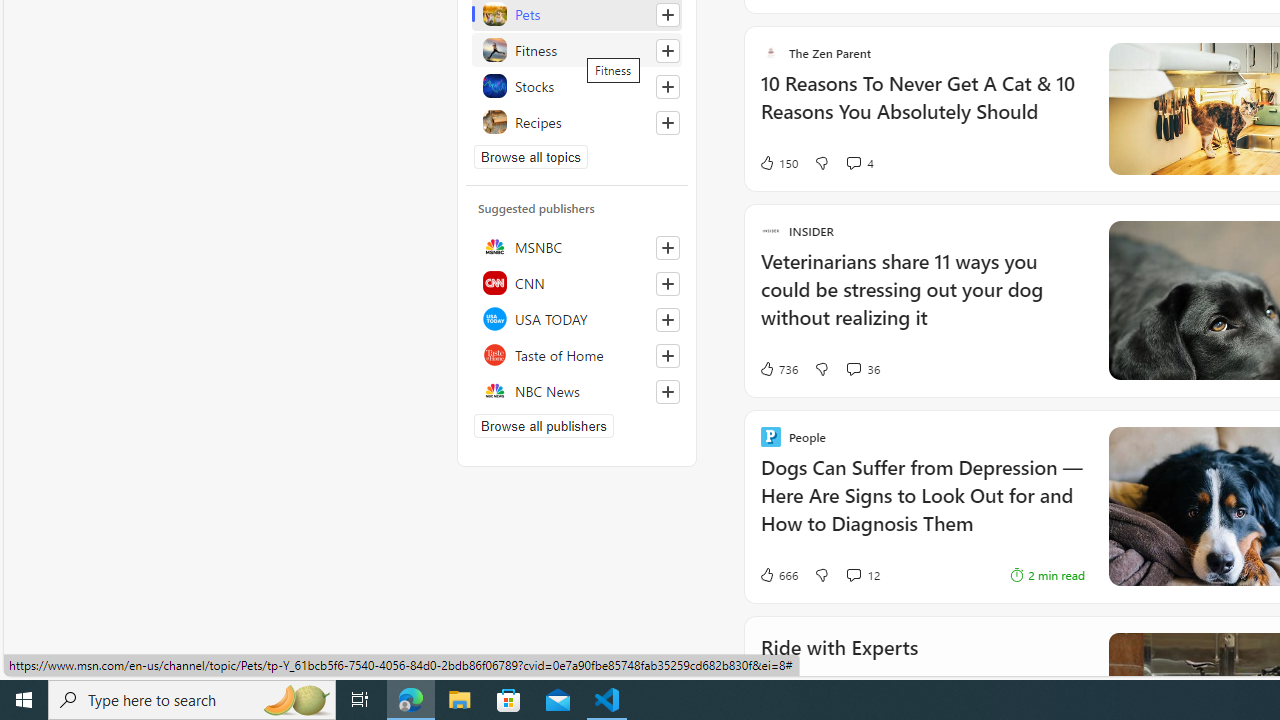 The height and width of the screenshot is (720, 1280). I want to click on 'Follow this source', so click(668, 392).